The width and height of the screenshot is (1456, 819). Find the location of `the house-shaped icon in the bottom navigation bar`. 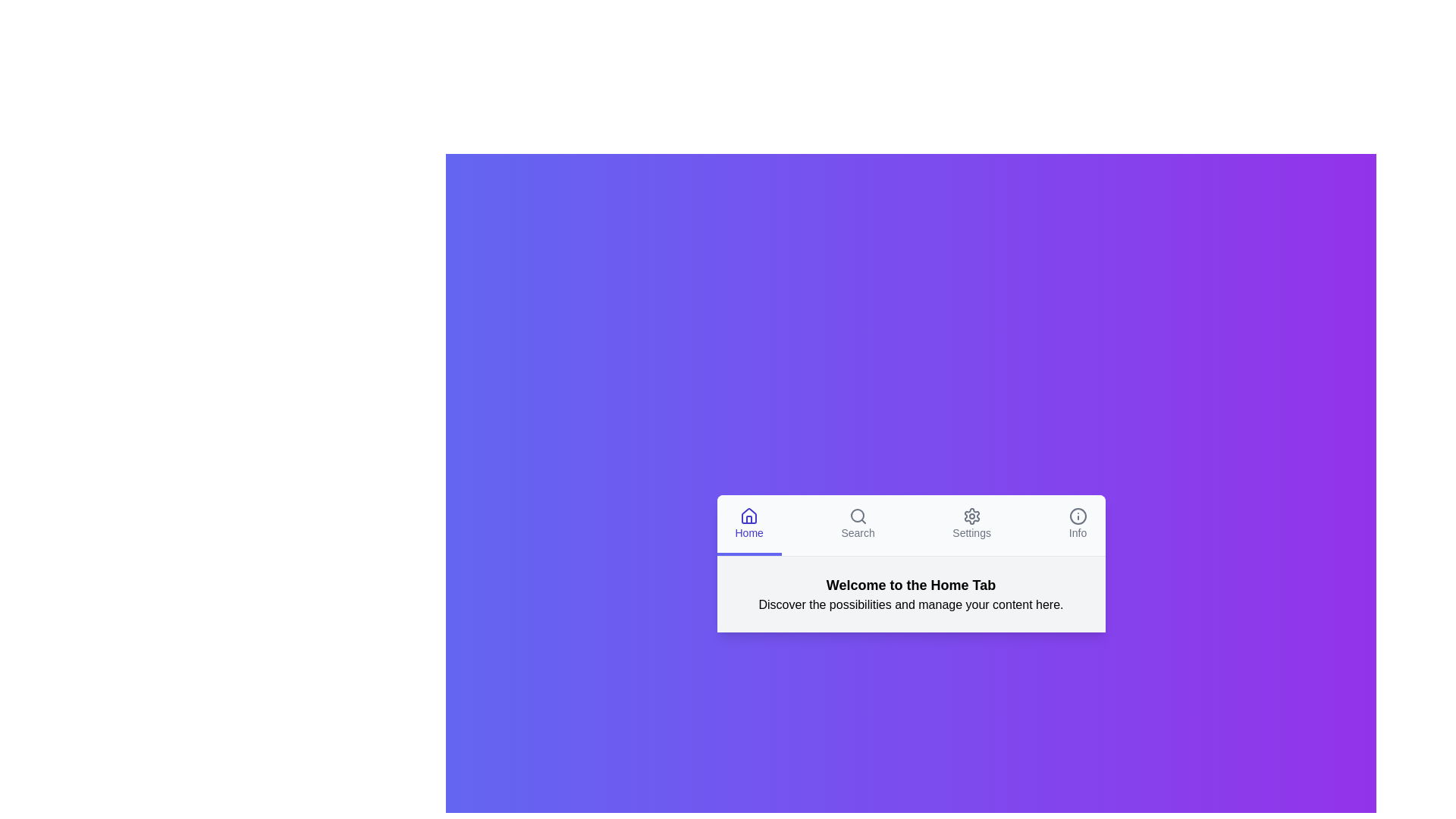

the house-shaped icon in the bottom navigation bar is located at coordinates (749, 515).